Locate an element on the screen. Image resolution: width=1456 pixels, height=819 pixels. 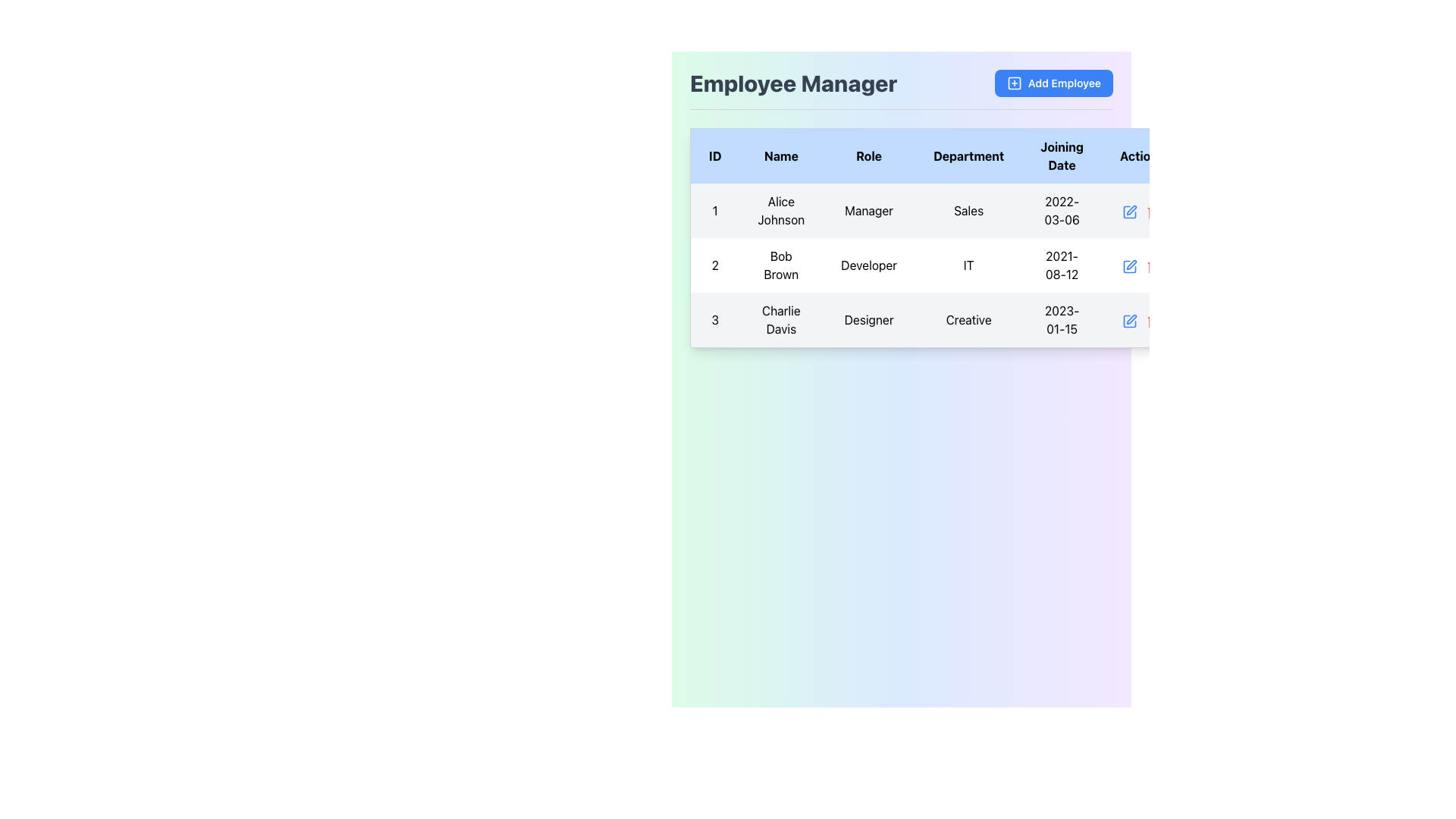
the static text element displaying the number '3' in black, located in the first column of the table in the row for 'Charlie Davis.' is located at coordinates (714, 319).